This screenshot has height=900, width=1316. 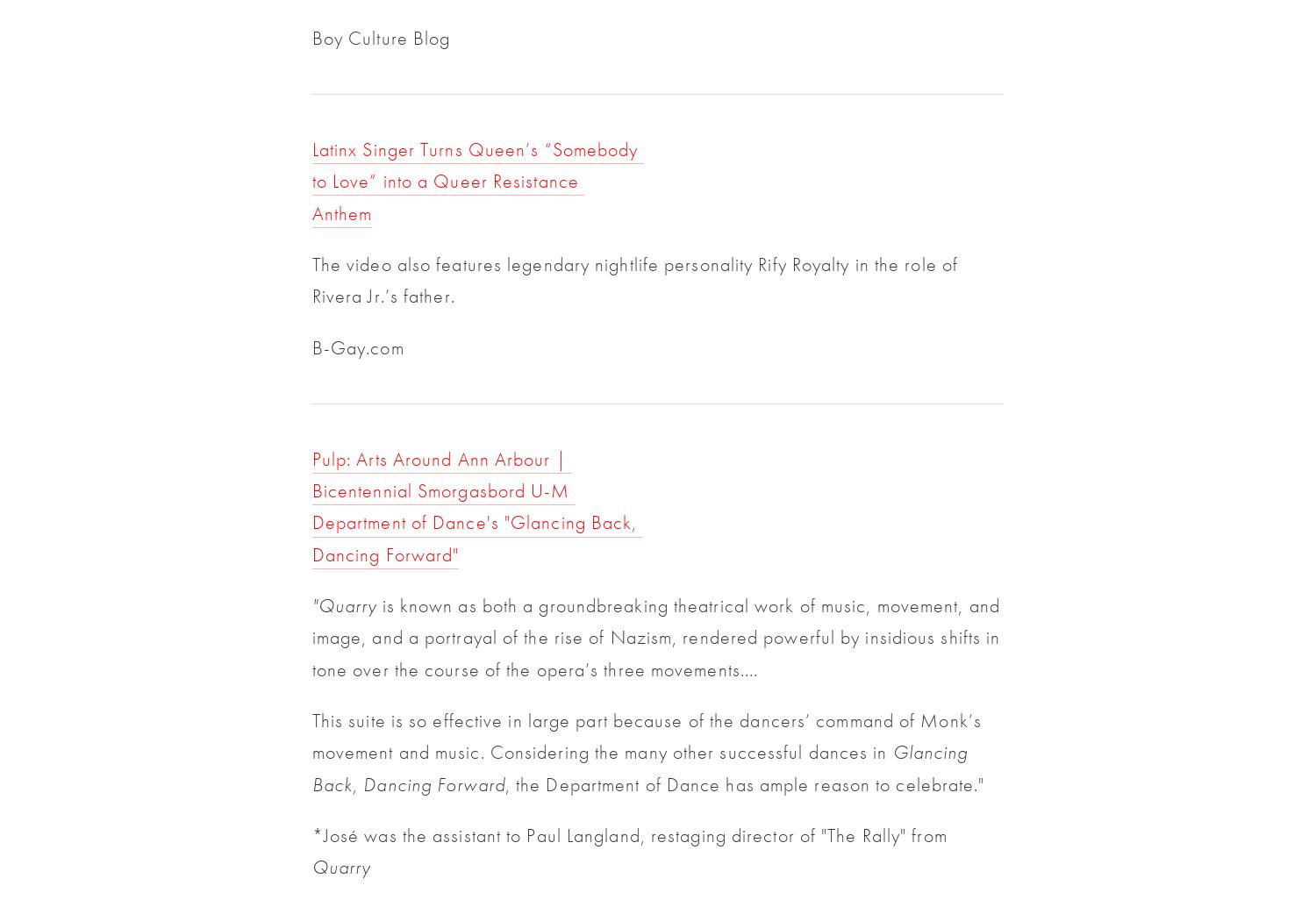 I want to click on 'Quarry', so click(x=340, y=866).